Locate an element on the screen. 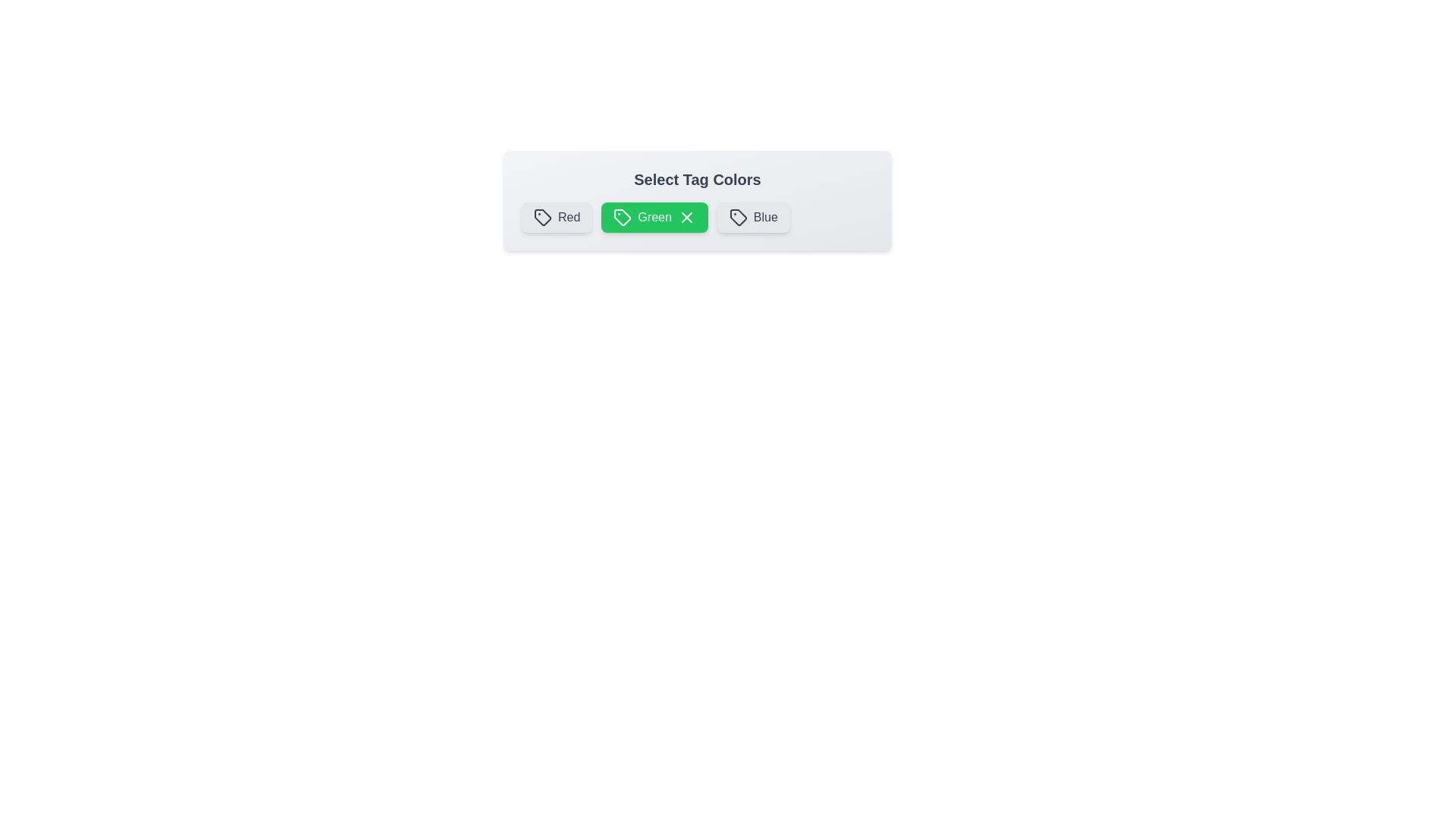 The image size is (1456, 819). the Blue tag by clicking on it is located at coordinates (753, 217).